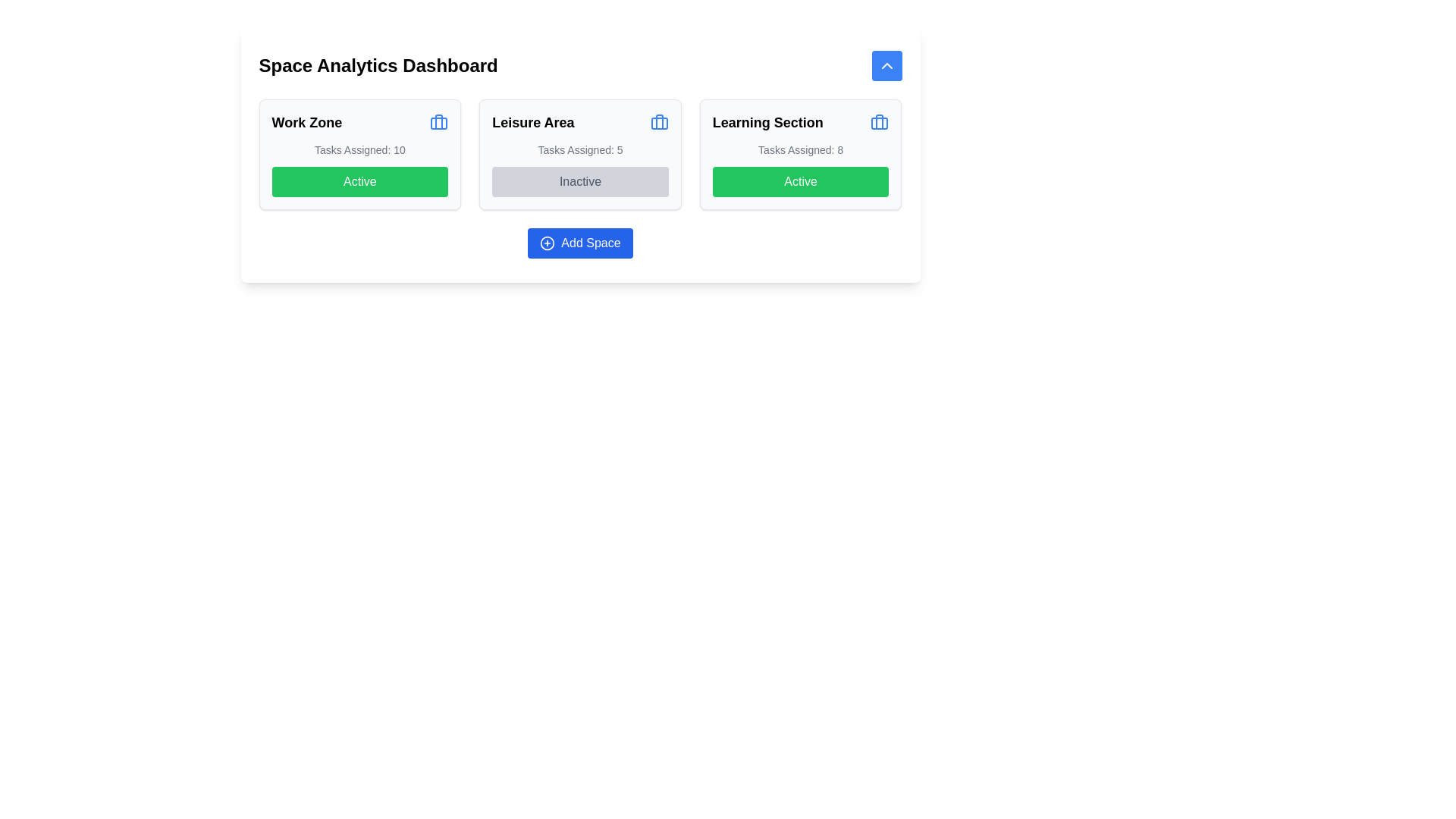 Image resolution: width=1456 pixels, height=819 pixels. Describe the element at coordinates (800, 149) in the screenshot. I see `the static text label displaying 'Tasks Assigned: 8', which is located below the 'Learning Section' heading and above the 'Active' button` at that location.